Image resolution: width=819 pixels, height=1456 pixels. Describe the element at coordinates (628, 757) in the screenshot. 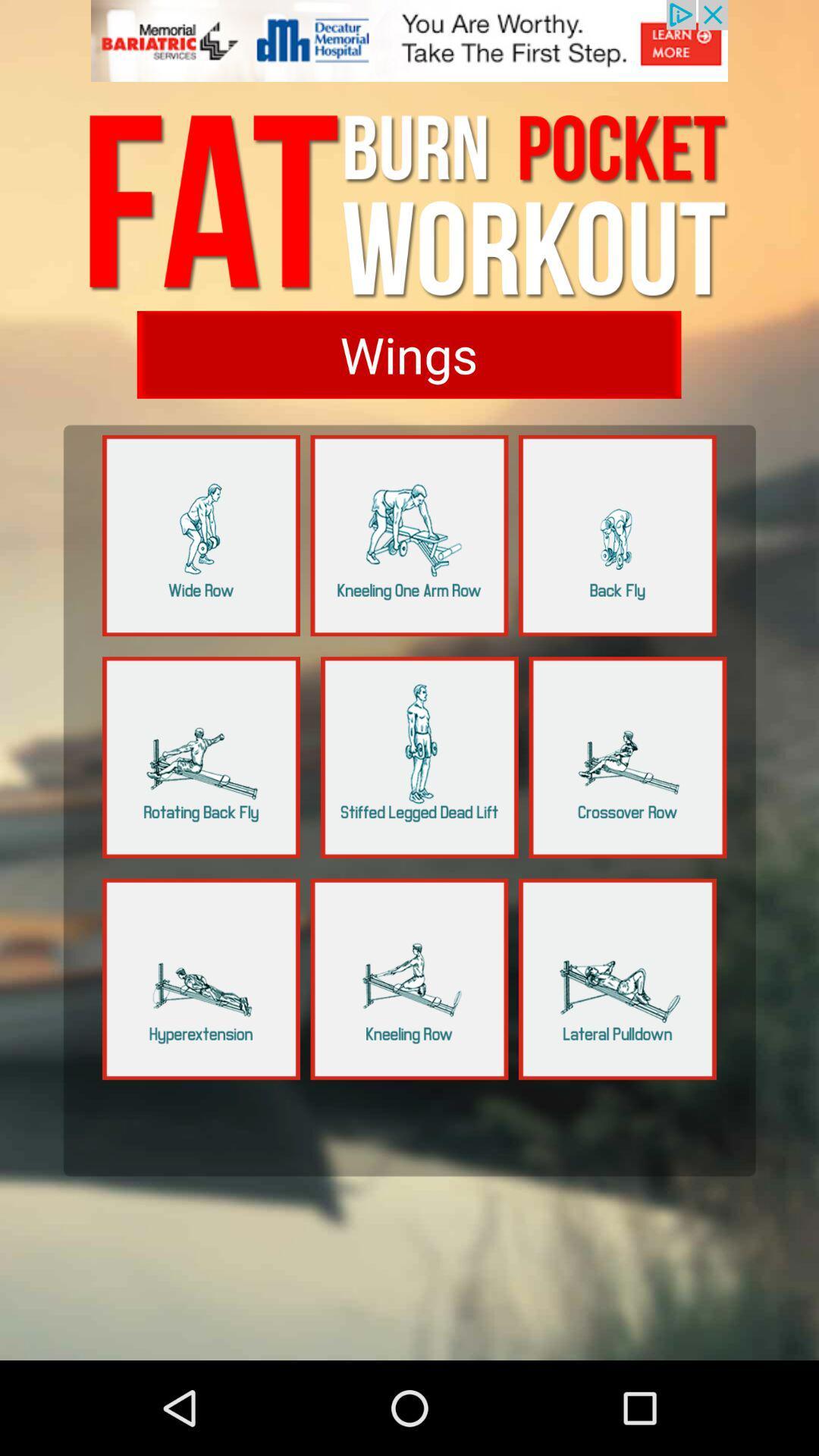

I see `crossover row` at that location.